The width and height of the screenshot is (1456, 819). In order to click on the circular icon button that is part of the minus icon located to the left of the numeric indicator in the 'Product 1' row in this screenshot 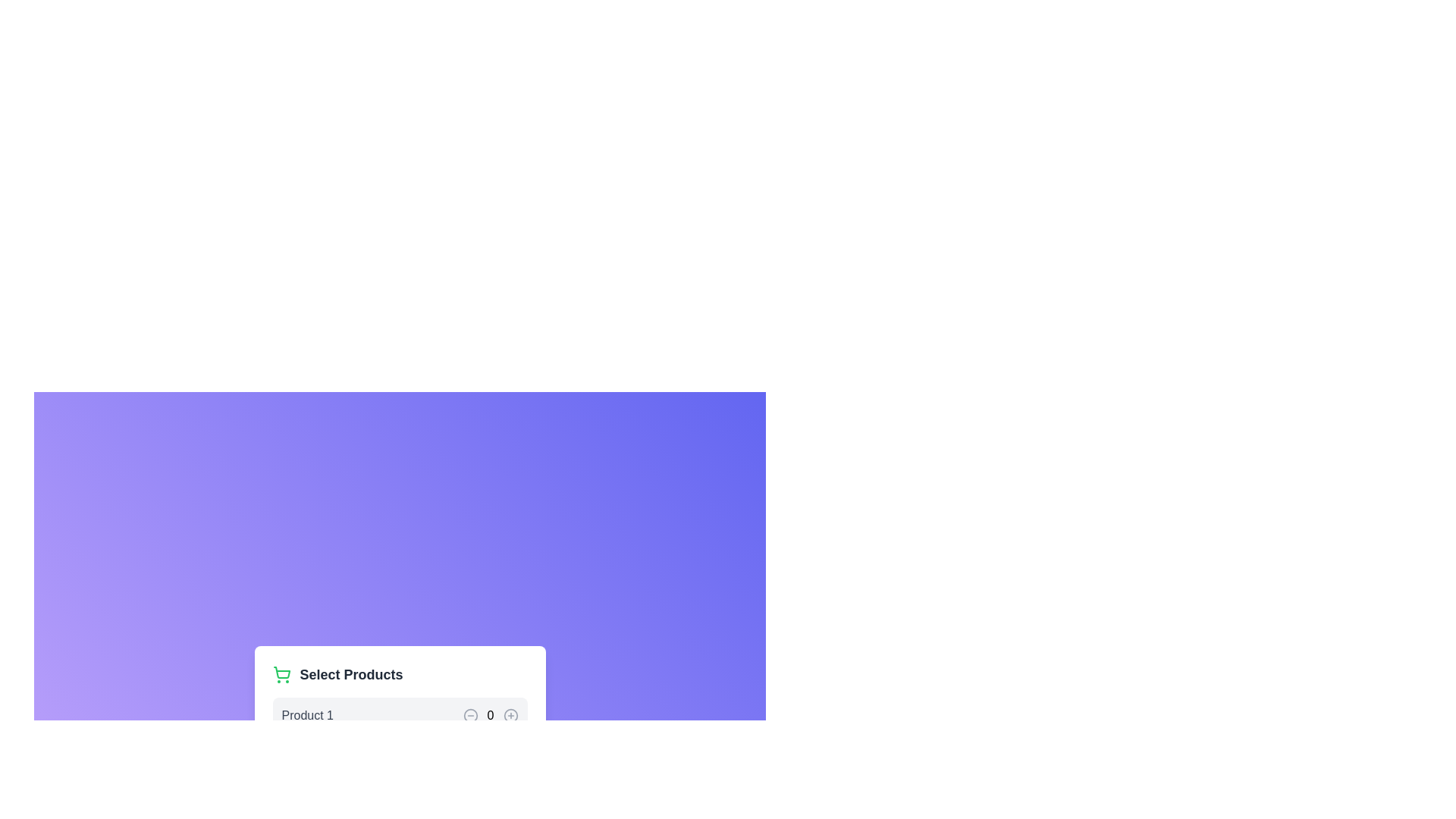, I will do `click(469, 716)`.